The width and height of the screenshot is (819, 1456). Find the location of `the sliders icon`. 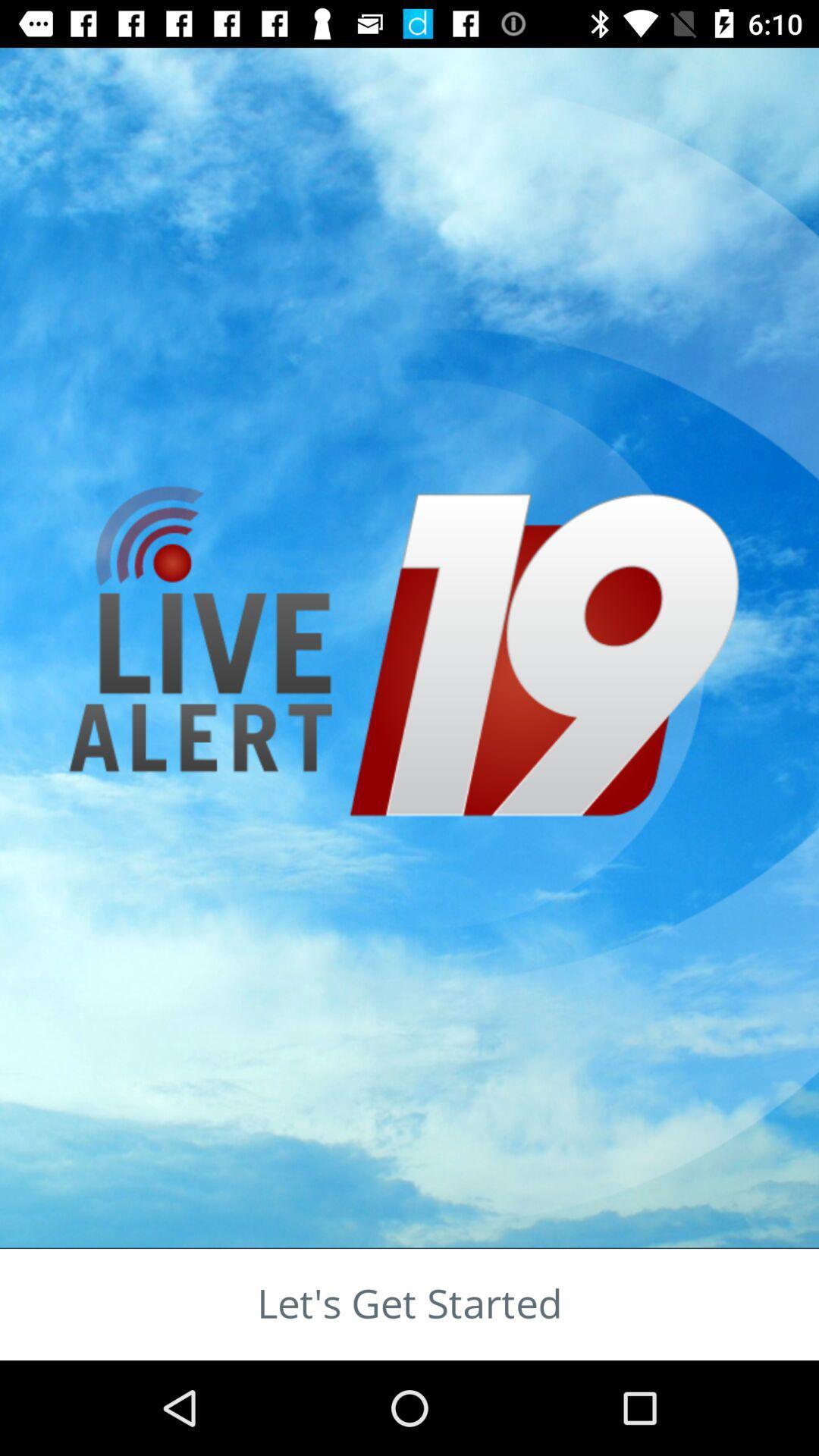

the sliders icon is located at coordinates (99, 182).